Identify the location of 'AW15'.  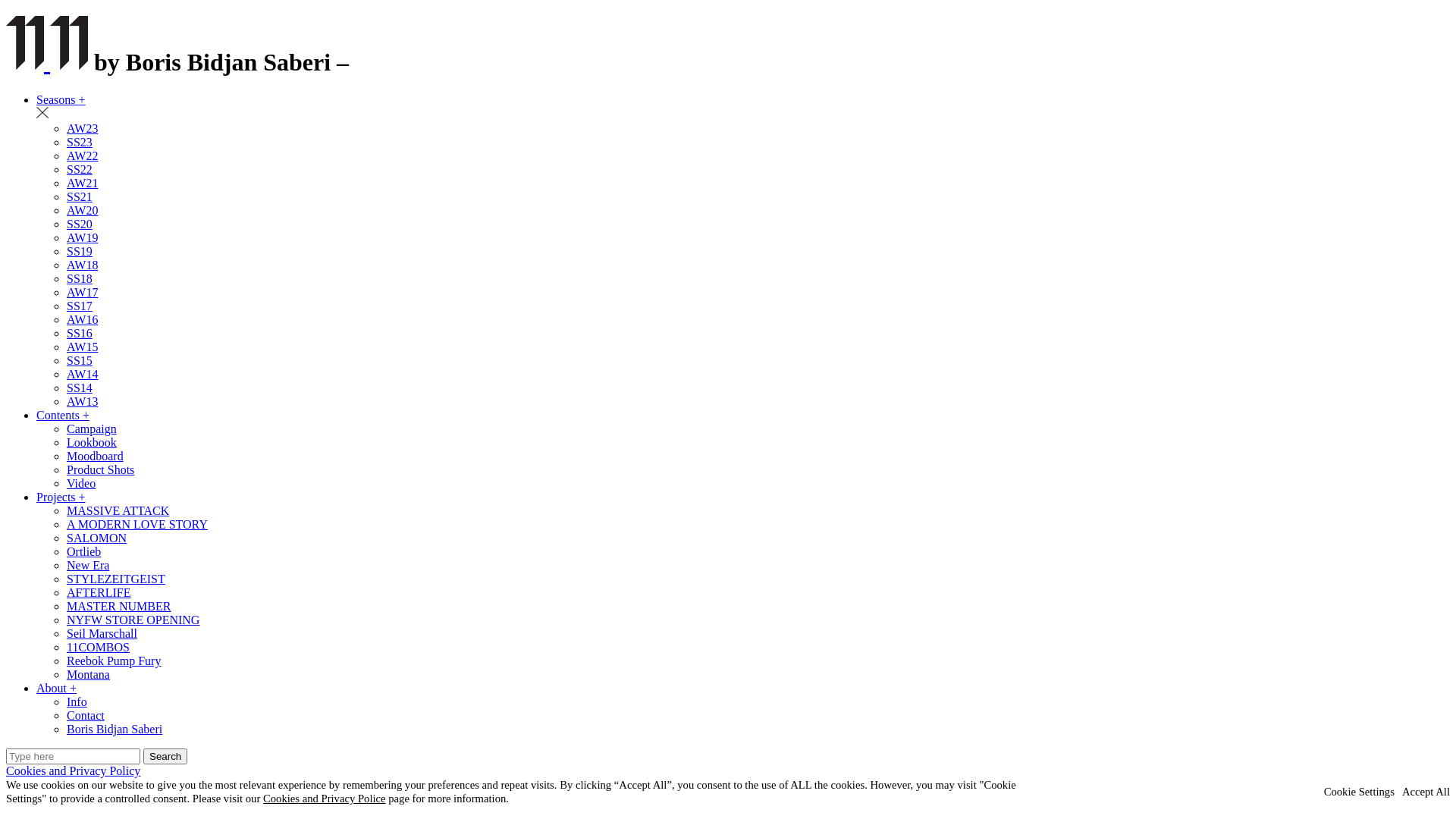
(81, 347).